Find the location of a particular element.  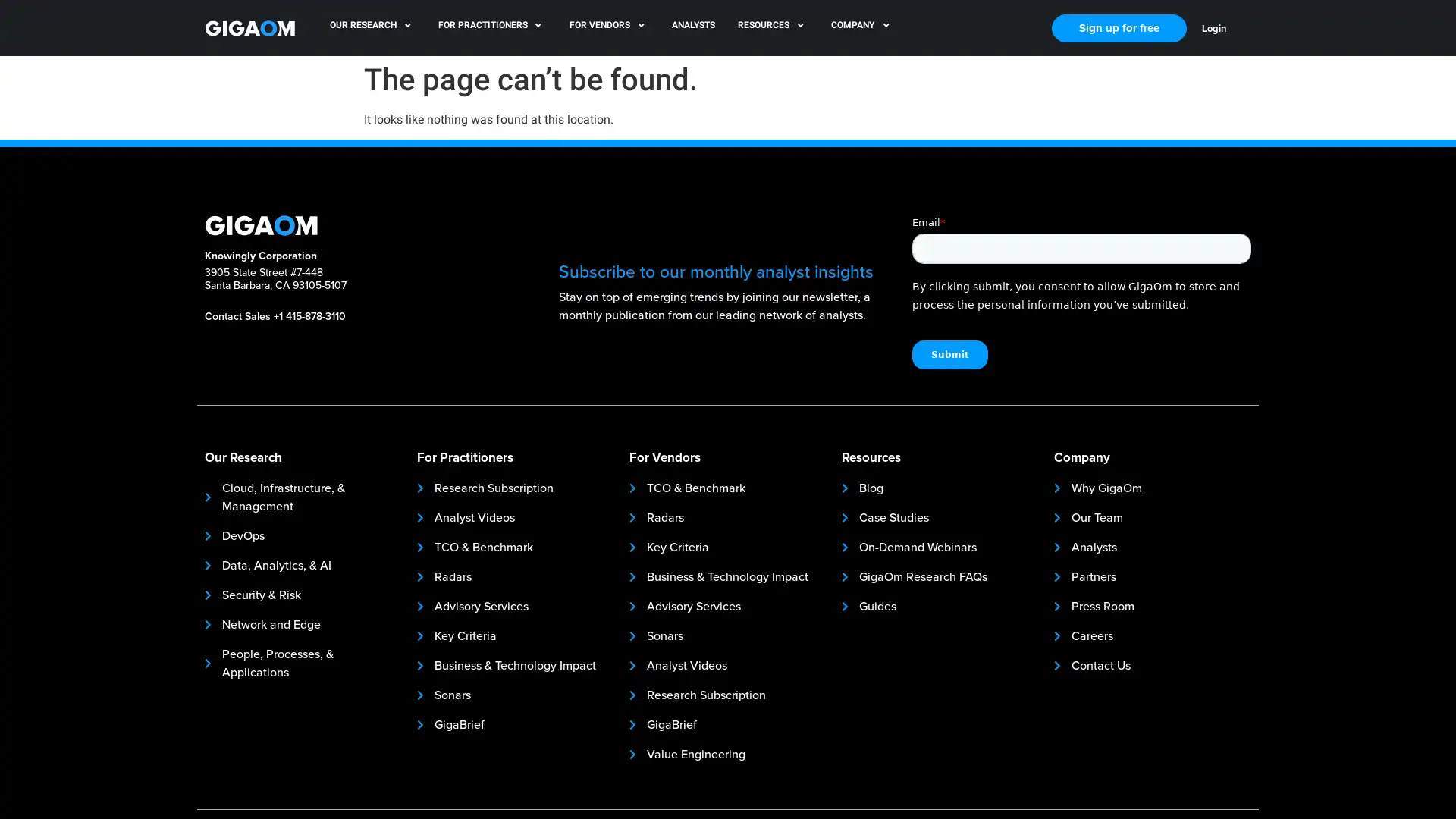

Sign up for free is located at coordinates (1119, 27).